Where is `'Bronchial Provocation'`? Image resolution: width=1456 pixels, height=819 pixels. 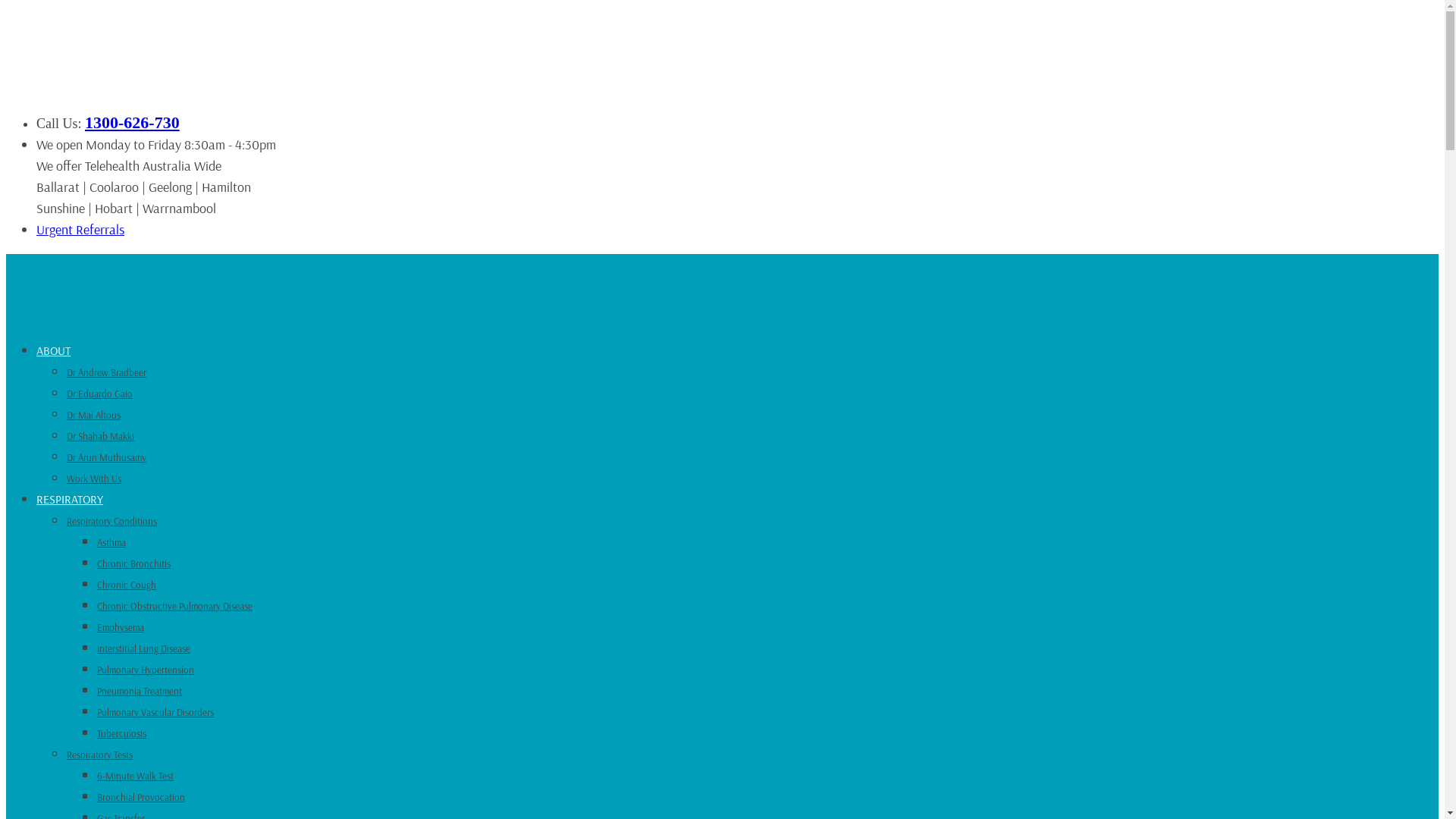 'Bronchial Provocation' is located at coordinates (141, 795).